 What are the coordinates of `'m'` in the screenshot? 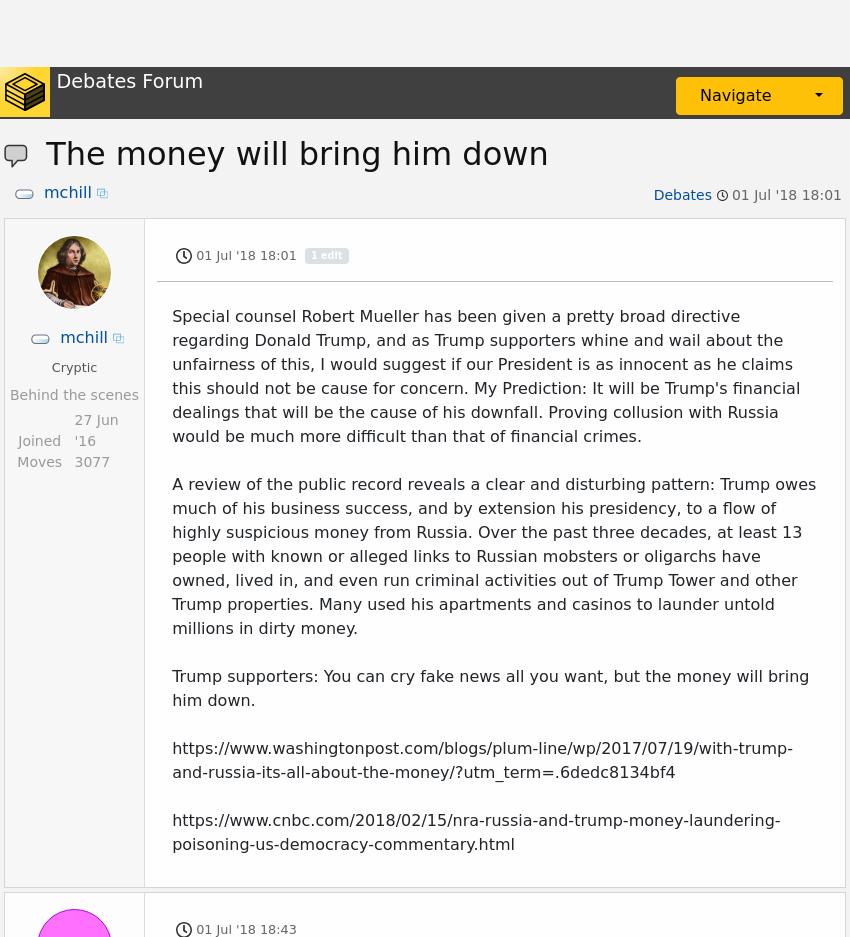 It's located at (74, 768).